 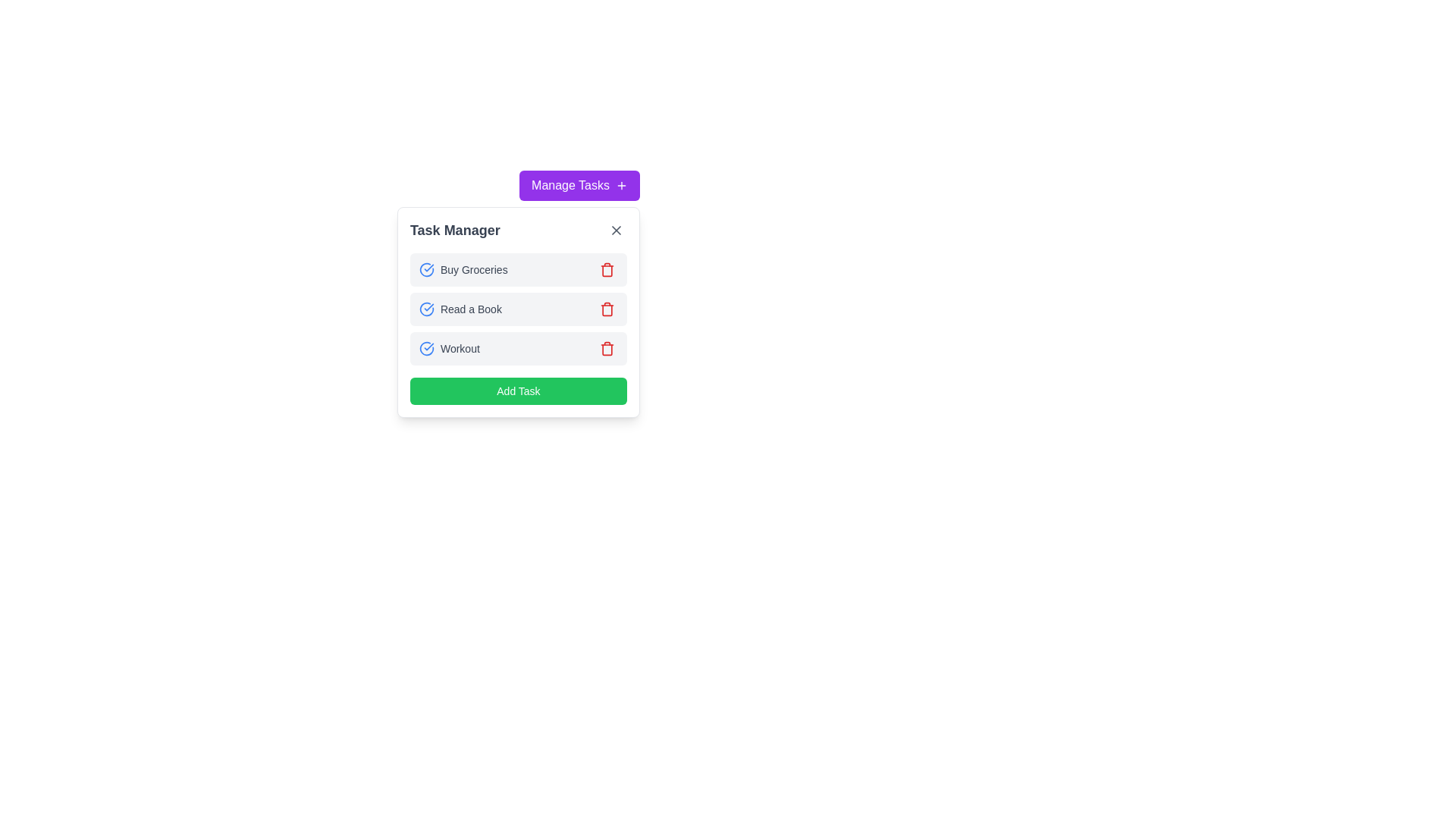 What do you see at coordinates (622, 185) in the screenshot?
I see `the icon located beside the 'Manage Tasks' text` at bounding box center [622, 185].